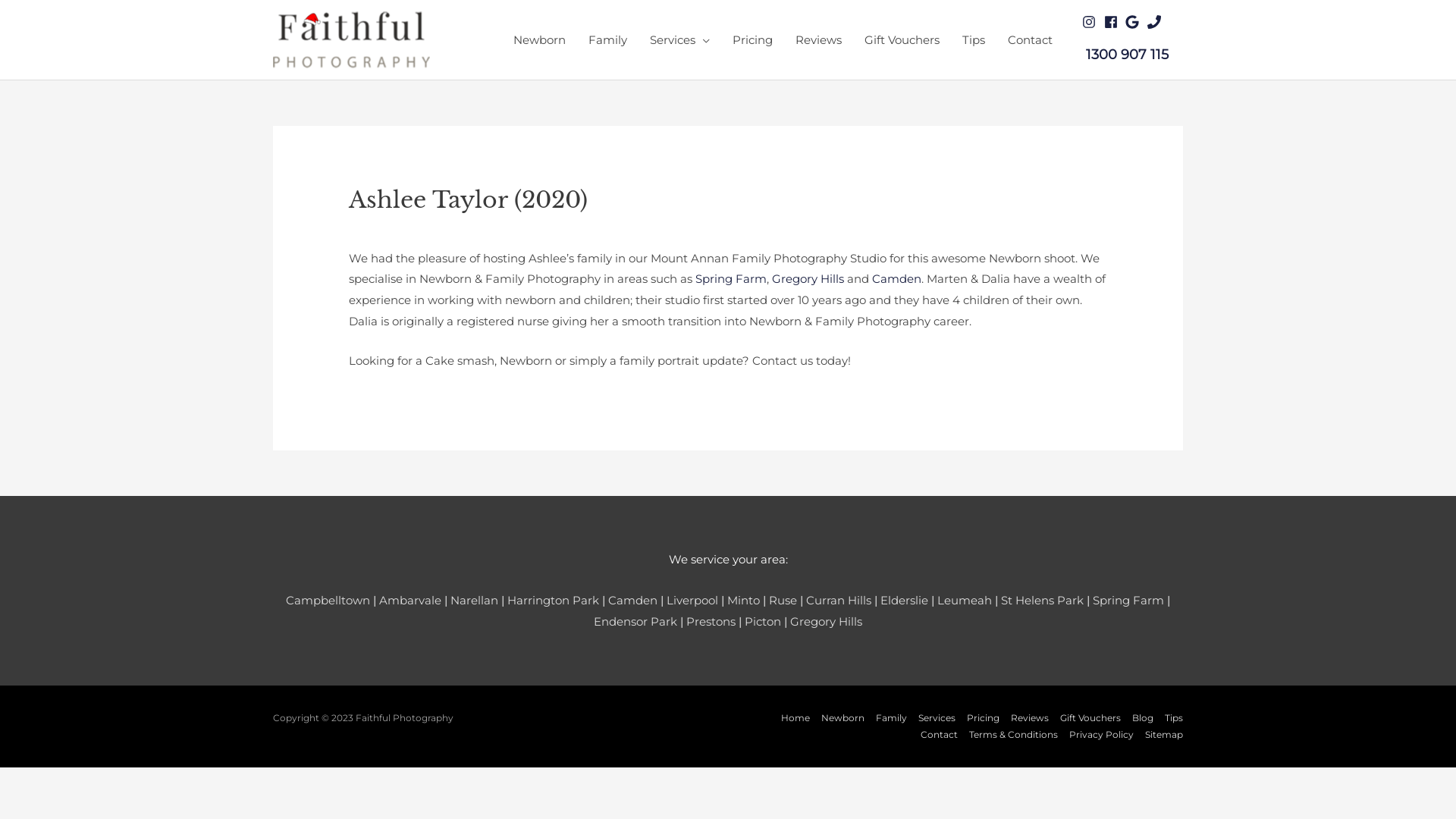  What do you see at coordinates (1168, 717) in the screenshot?
I see `'Tips'` at bounding box center [1168, 717].